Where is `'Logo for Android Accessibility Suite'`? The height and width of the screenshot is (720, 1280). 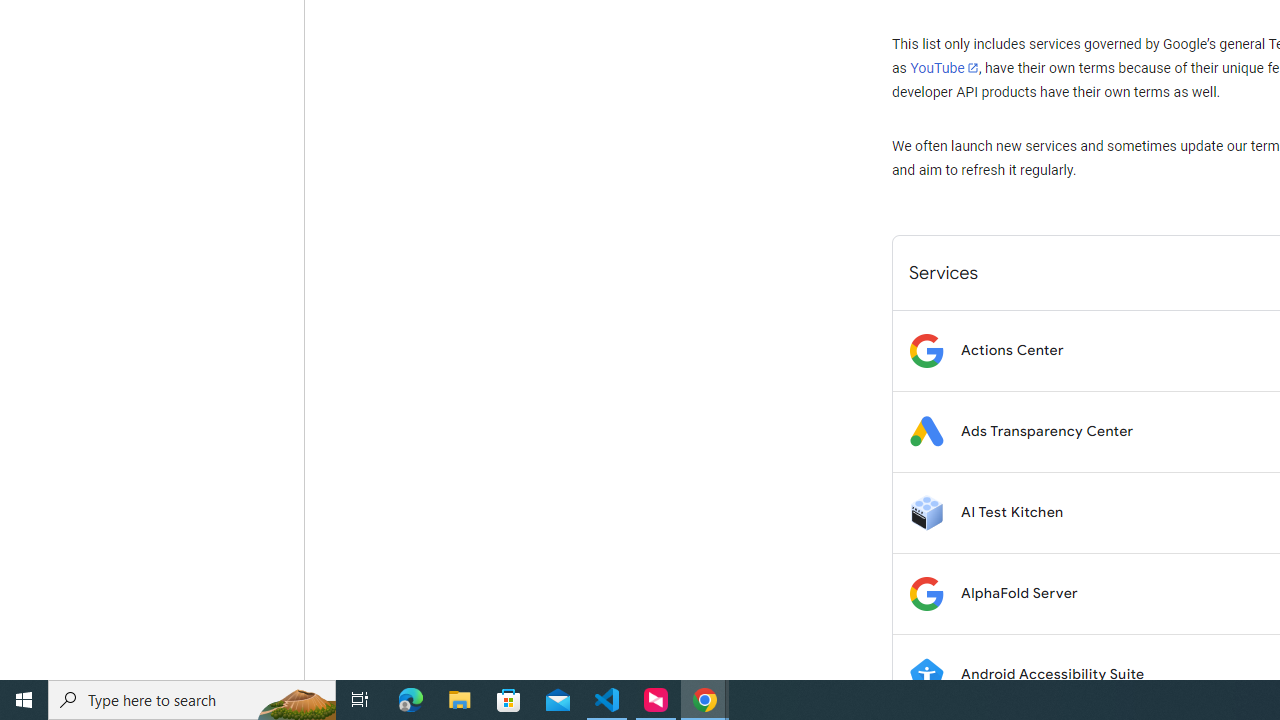
'Logo for Android Accessibility Suite' is located at coordinates (925, 674).